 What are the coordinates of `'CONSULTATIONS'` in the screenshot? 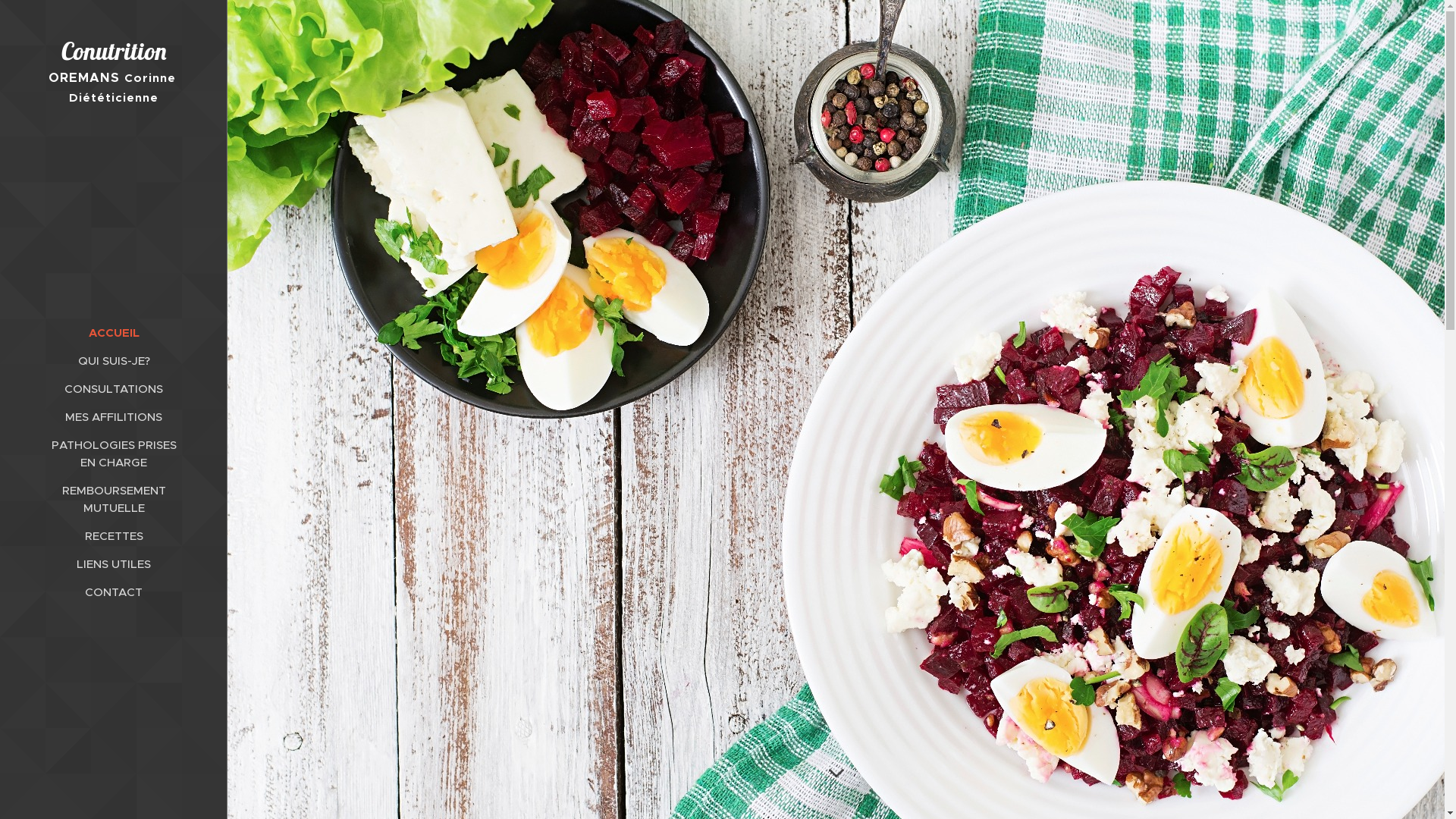 It's located at (4, 388).